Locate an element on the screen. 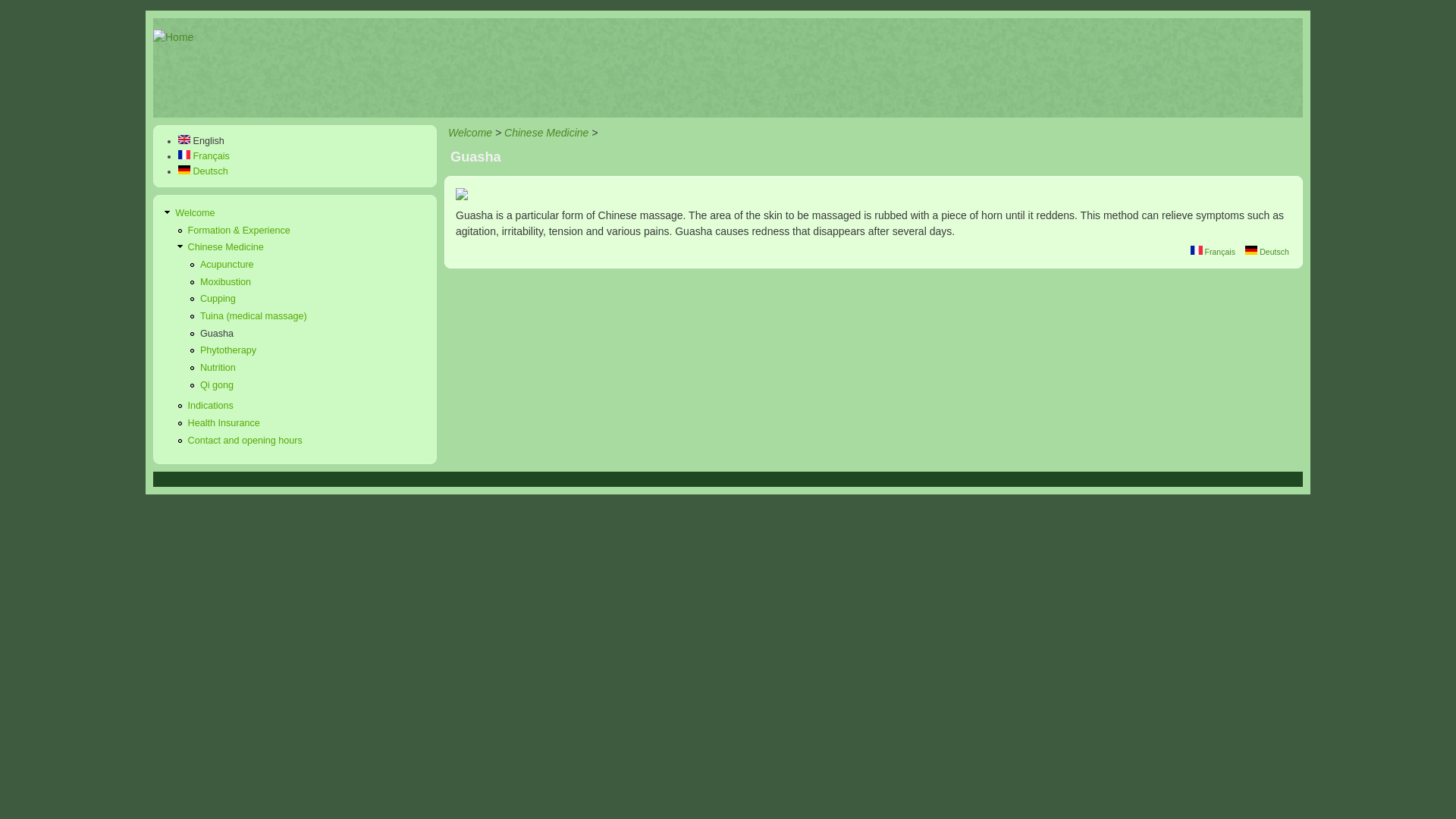  'Formation & Experience' is located at coordinates (238, 231).